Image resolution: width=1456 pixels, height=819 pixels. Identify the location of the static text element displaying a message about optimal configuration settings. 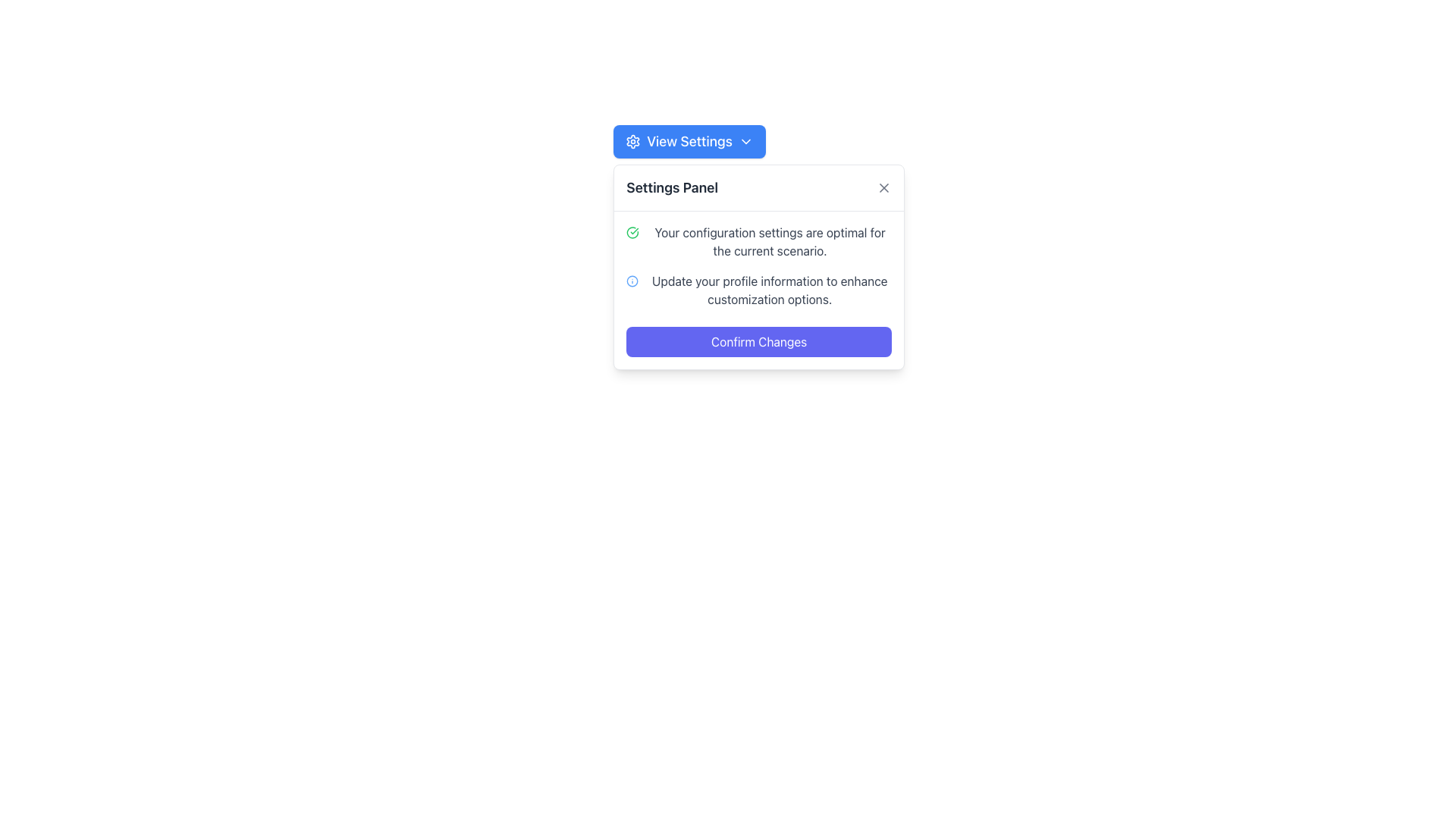
(759, 241).